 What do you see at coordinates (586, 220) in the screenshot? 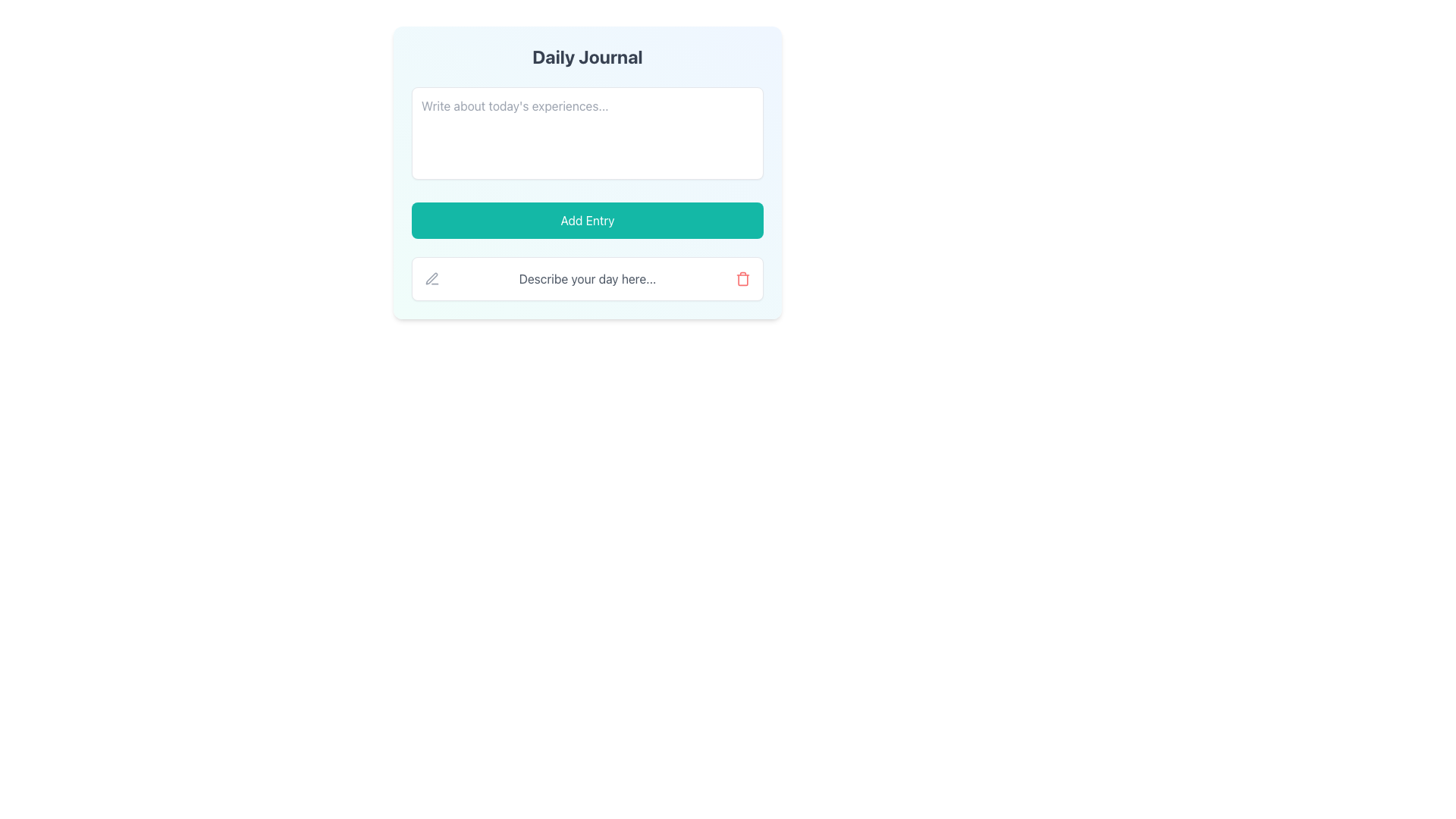
I see `the teal-colored 'Add Entry' button with rounded corners to trigger the visual hover effect` at bounding box center [586, 220].